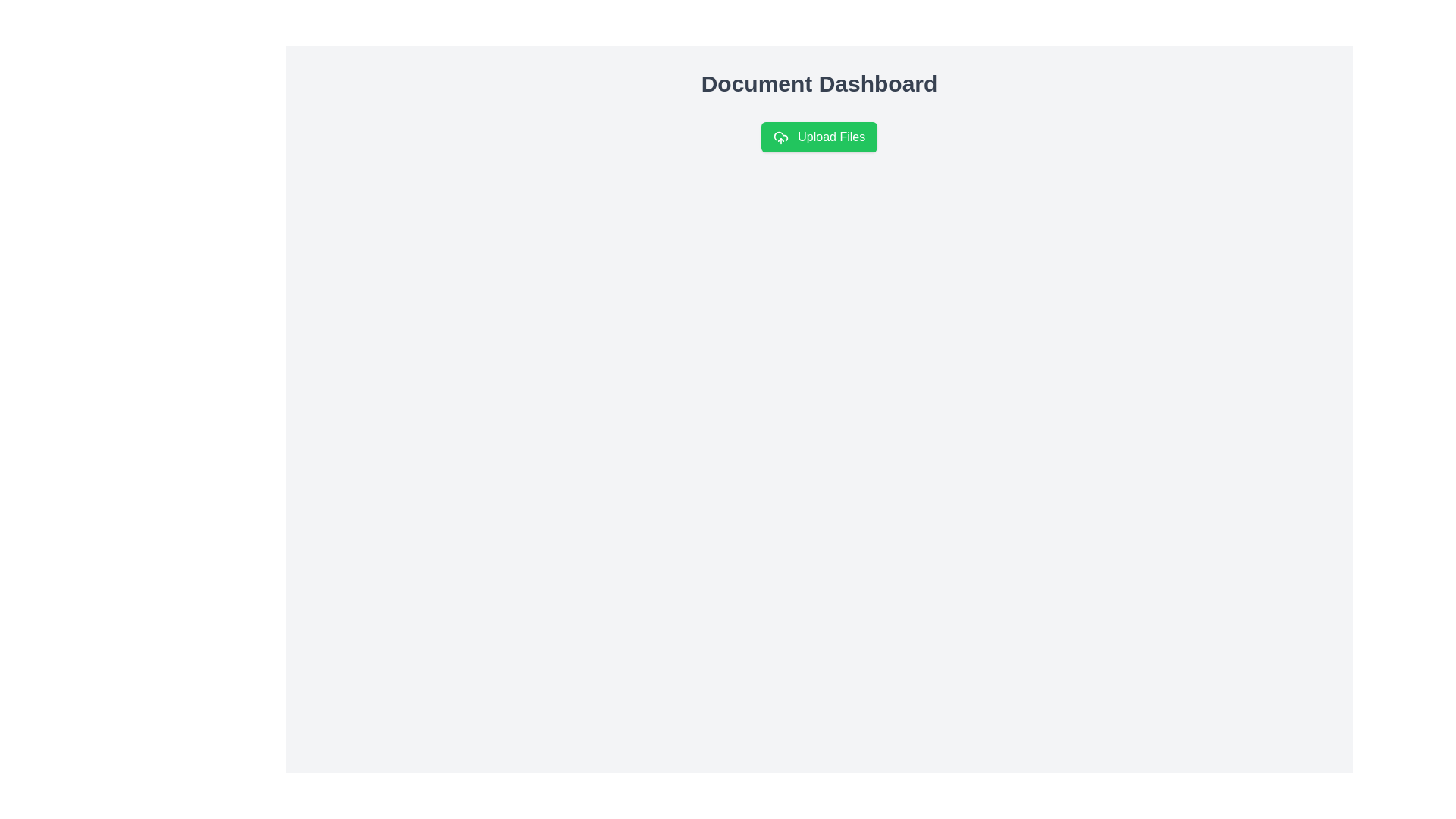  I want to click on the green 'Upload Files' button with rounded corners, which is located below the 'Document Dashboard' header, to initiate file upload, so click(818, 137).